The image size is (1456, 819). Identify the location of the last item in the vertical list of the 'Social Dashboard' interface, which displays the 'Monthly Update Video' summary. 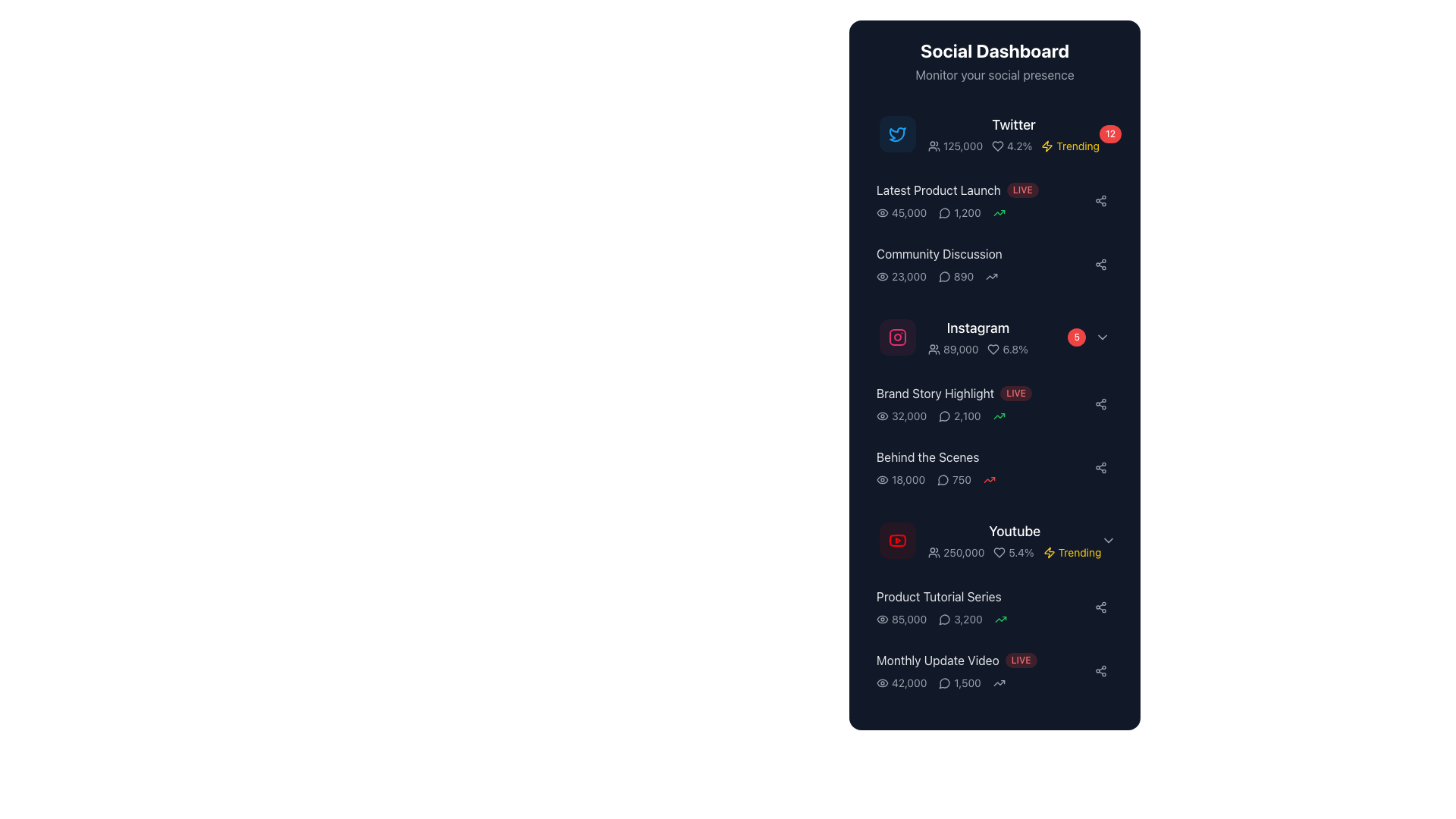
(994, 670).